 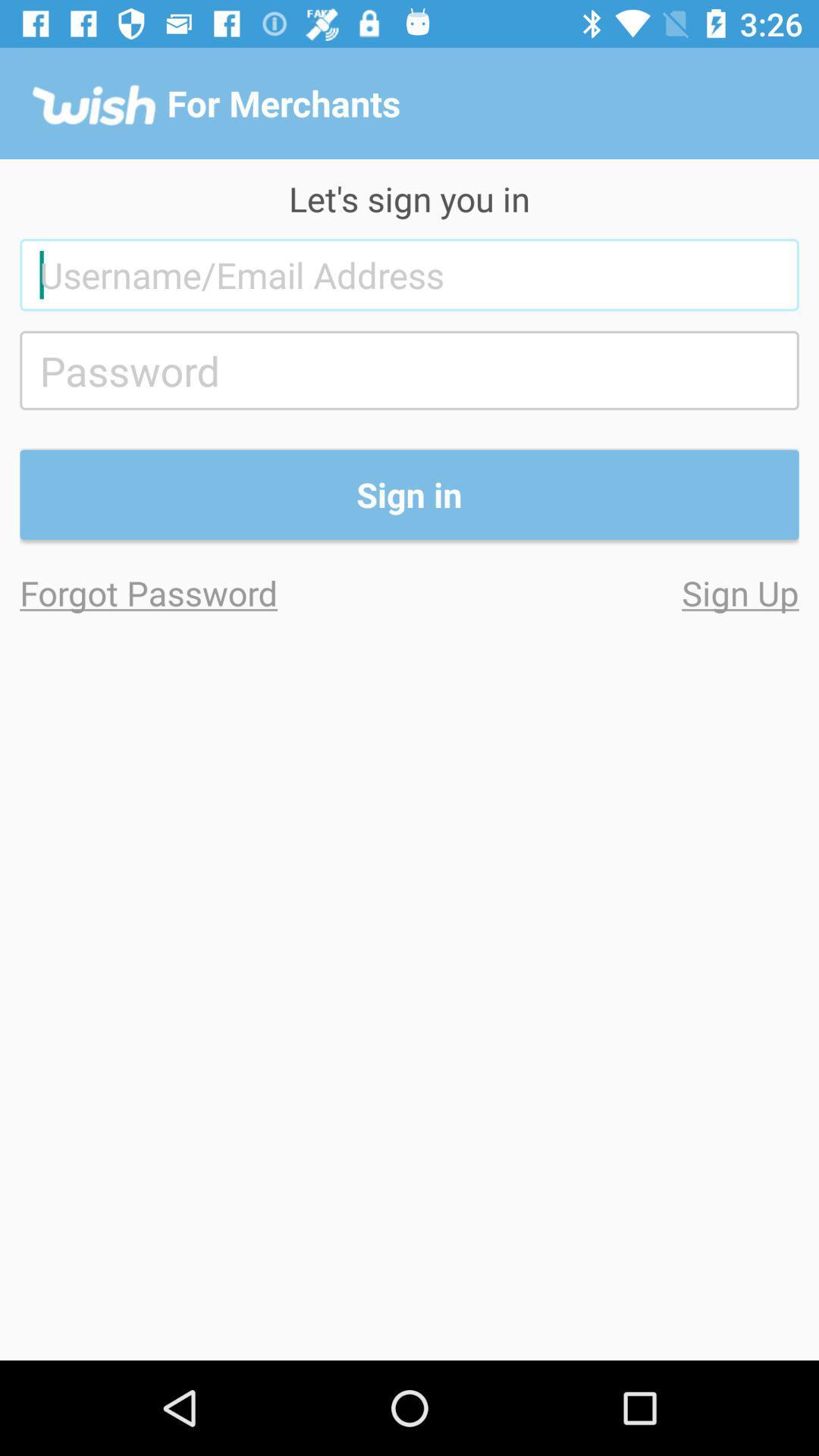 I want to click on the icon below the sign in item, so click(x=603, y=591).